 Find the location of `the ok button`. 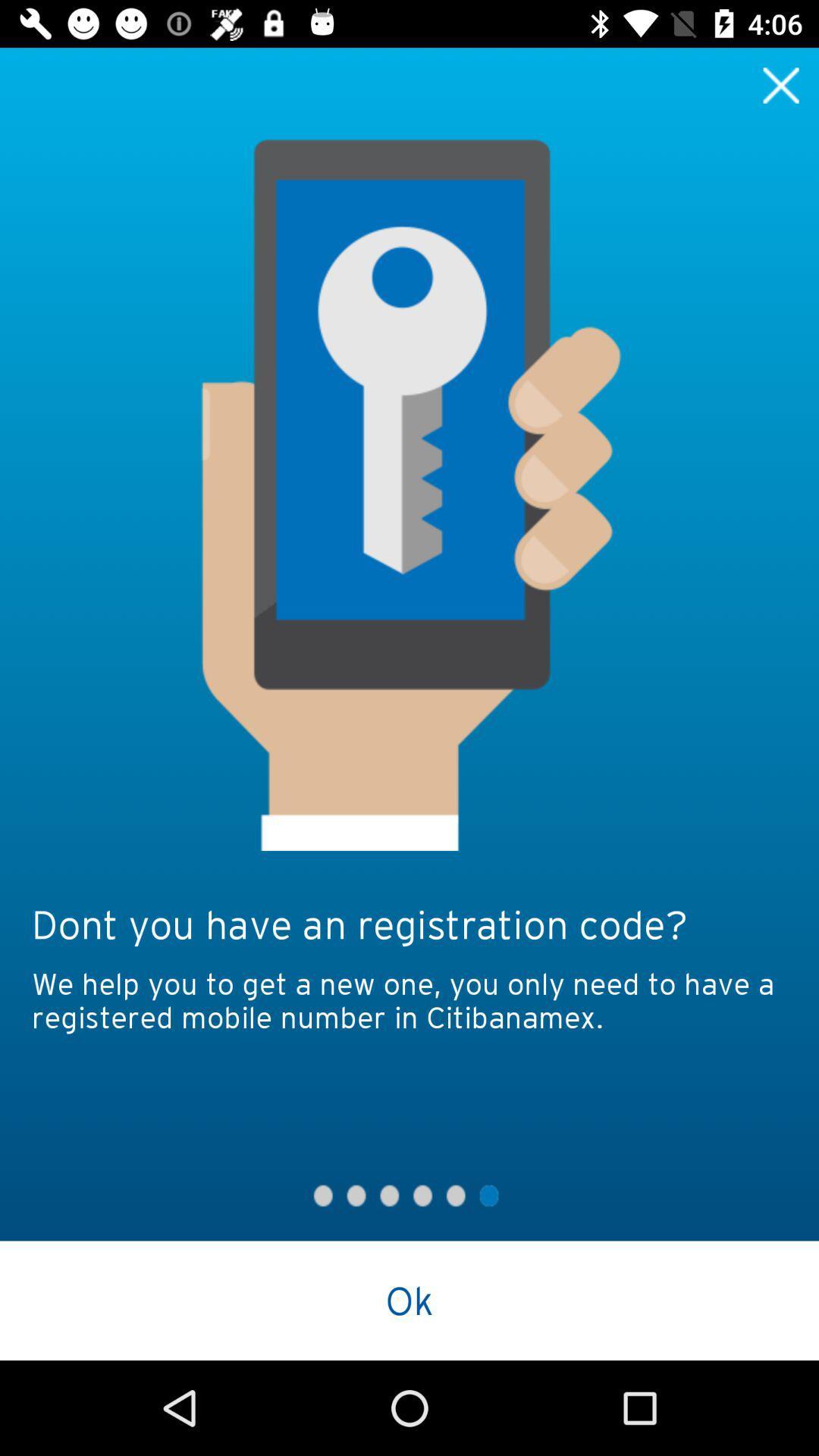

the ok button is located at coordinates (409, 1300).